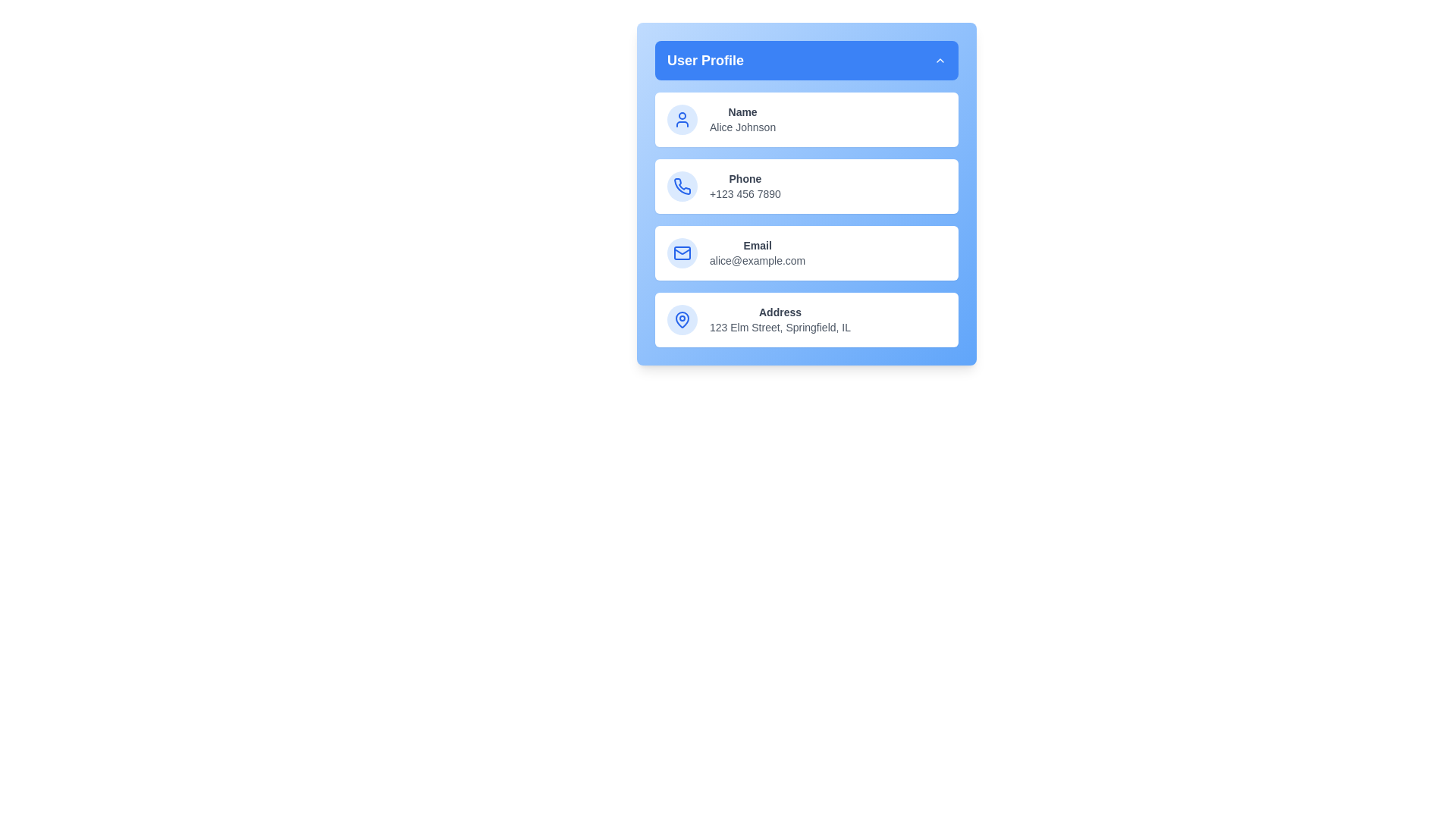 Image resolution: width=1456 pixels, height=819 pixels. What do you see at coordinates (682, 186) in the screenshot?
I see `the circular icon with a light blue background featuring a white phone symbol, located at the beginning of the 'Phone' row in the user profile card` at bounding box center [682, 186].